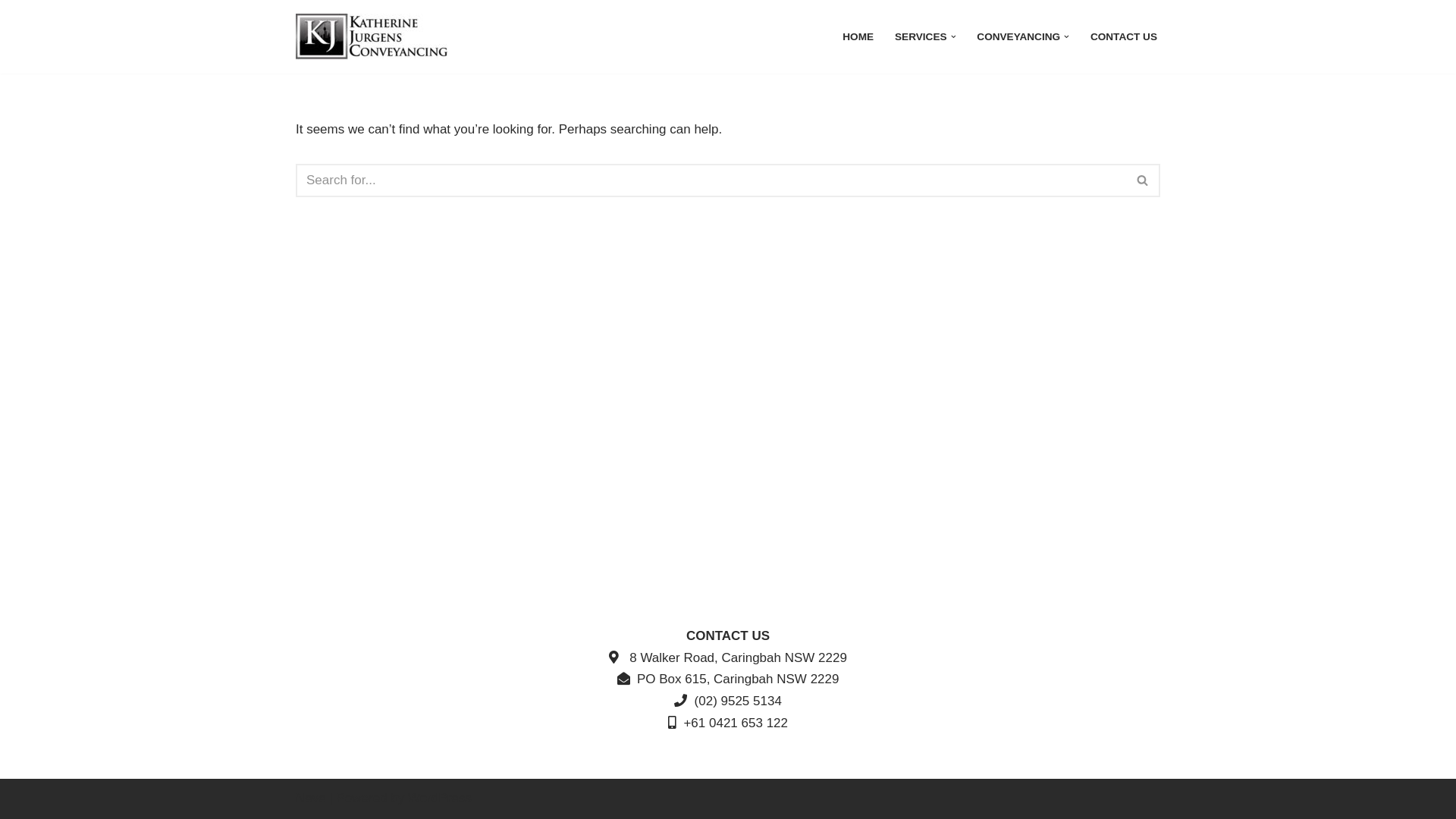 The image size is (1456, 819). I want to click on 'SERVICES', so click(920, 36).